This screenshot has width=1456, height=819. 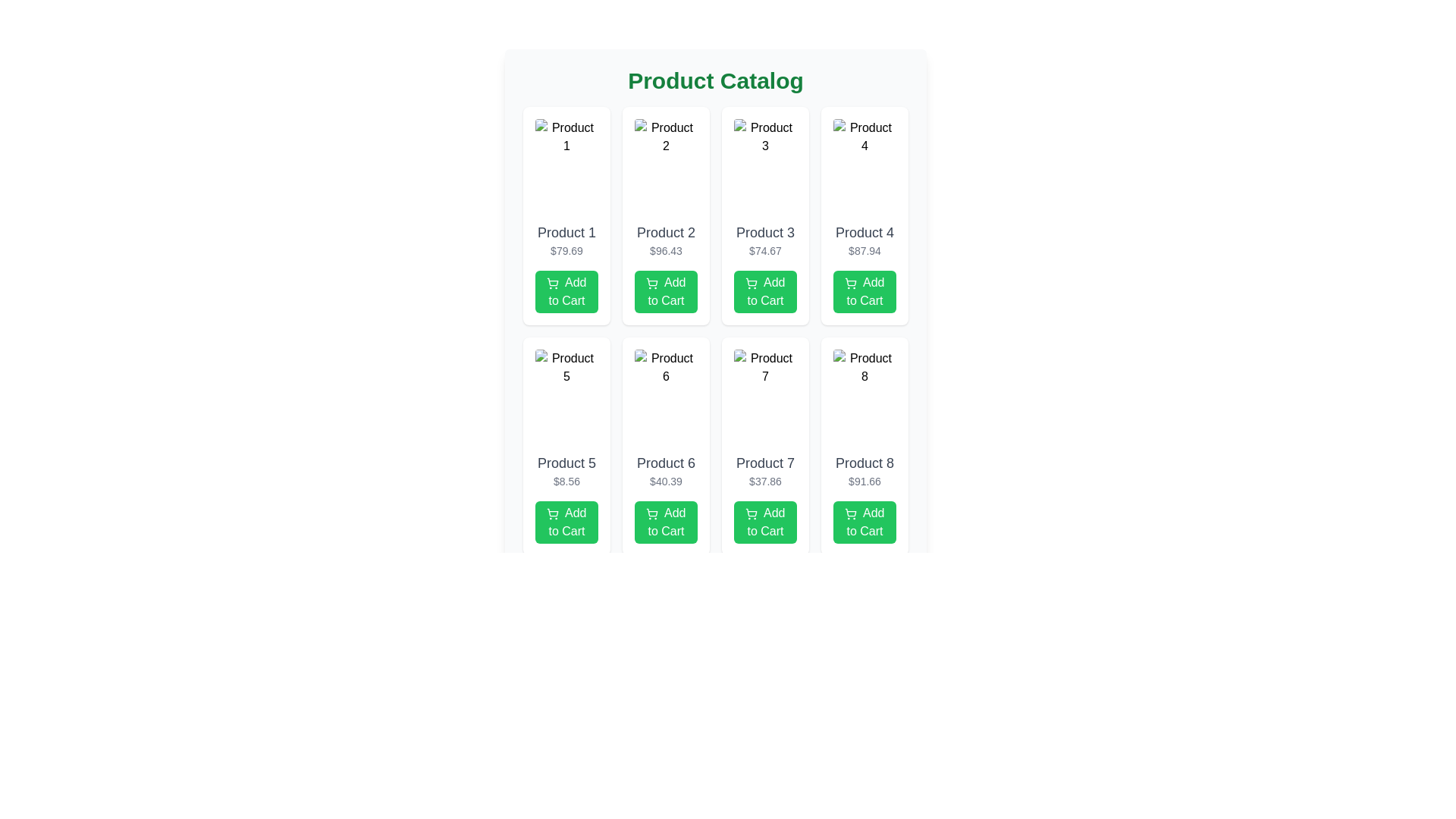 I want to click on the button located in the fourth row of the grid under 'Product 5' priced at $8.56, so click(x=566, y=522).